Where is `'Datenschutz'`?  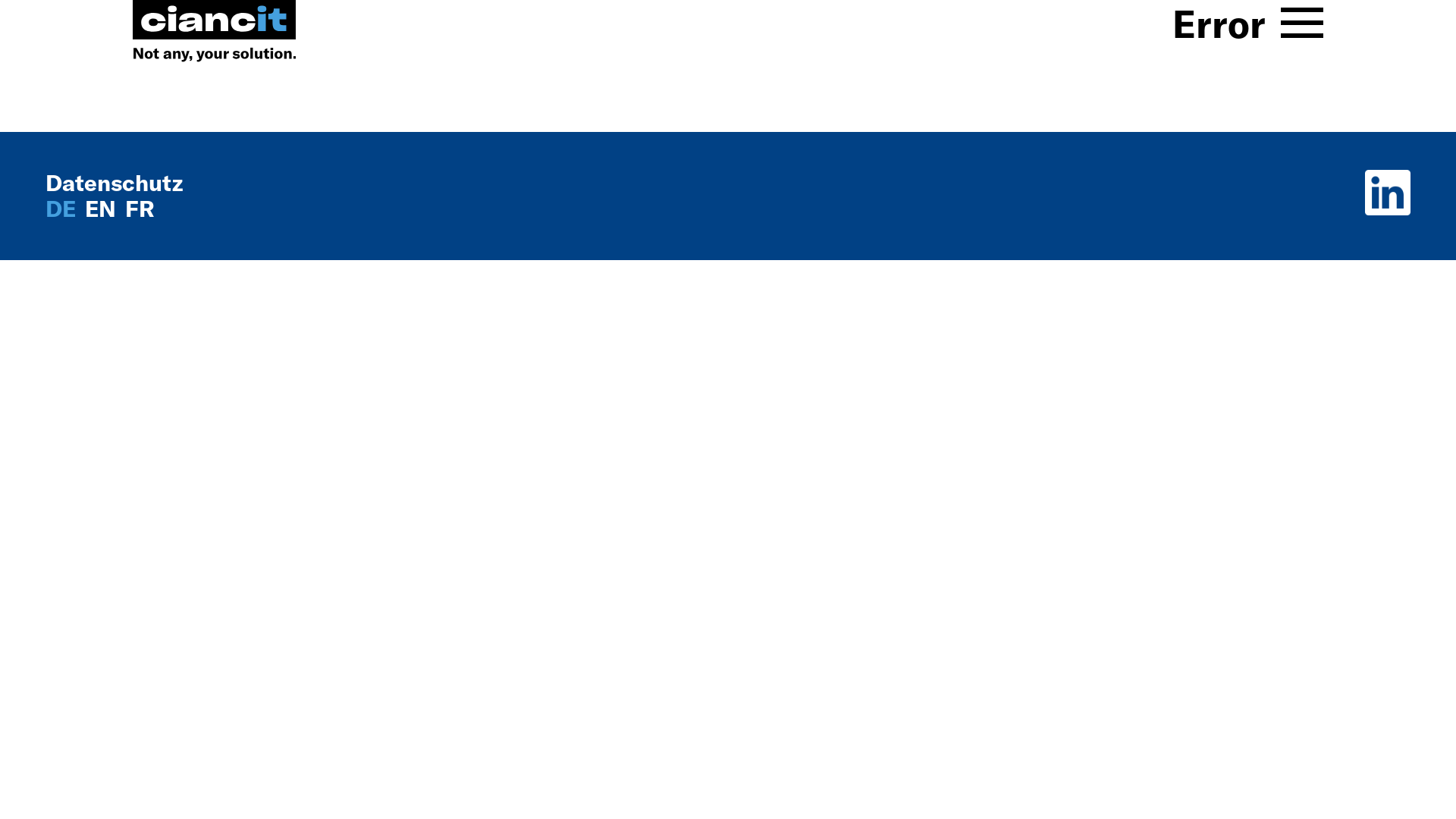 'Datenschutz' is located at coordinates (113, 181).